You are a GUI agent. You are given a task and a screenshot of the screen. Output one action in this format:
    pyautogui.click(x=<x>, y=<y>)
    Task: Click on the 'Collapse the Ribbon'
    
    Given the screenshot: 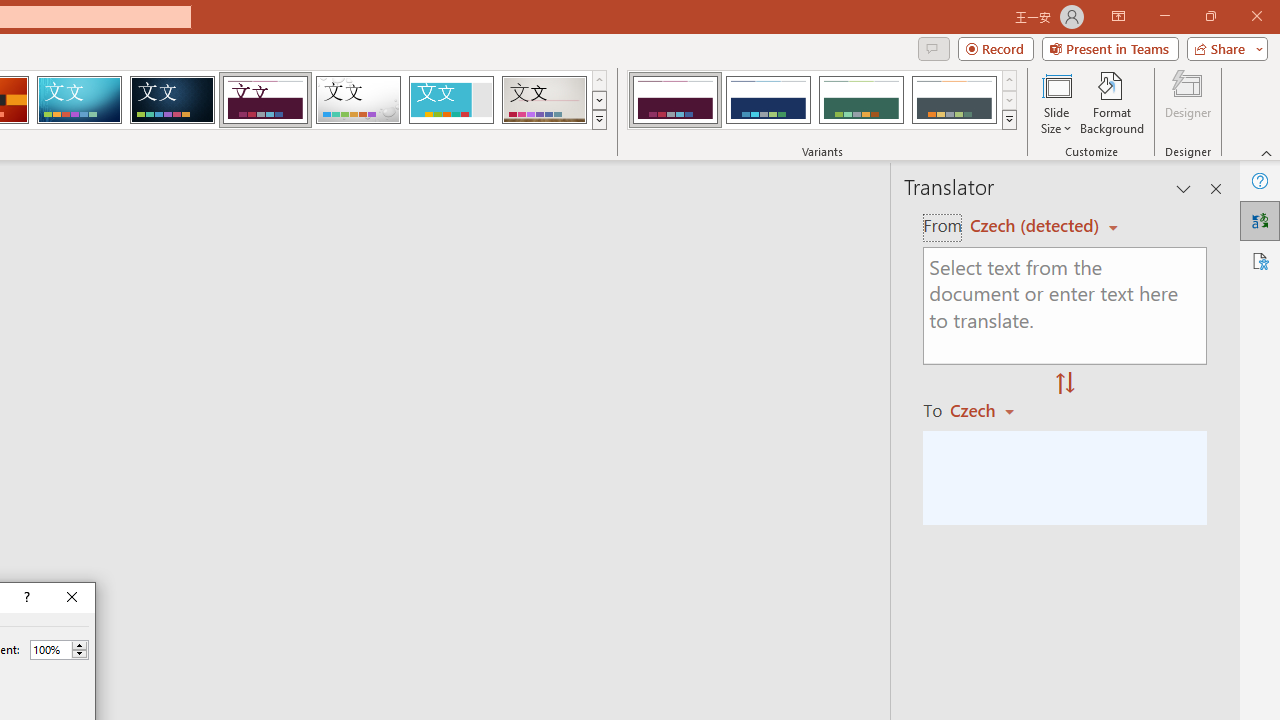 What is the action you would take?
    pyautogui.click(x=1266, y=152)
    